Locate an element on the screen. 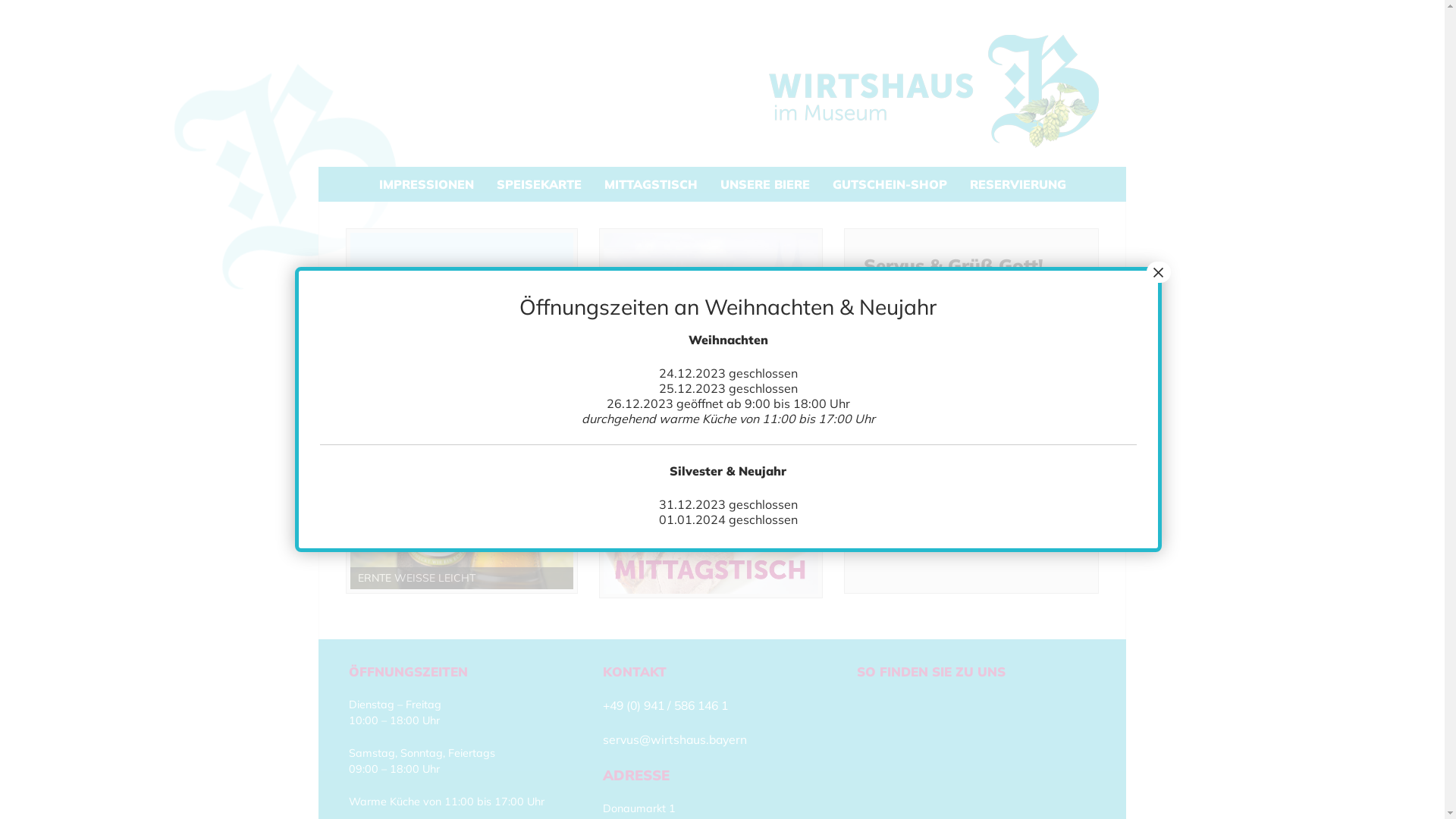 The width and height of the screenshot is (1456, 819). 'ernte-weisse' is located at coordinates (461, 411).